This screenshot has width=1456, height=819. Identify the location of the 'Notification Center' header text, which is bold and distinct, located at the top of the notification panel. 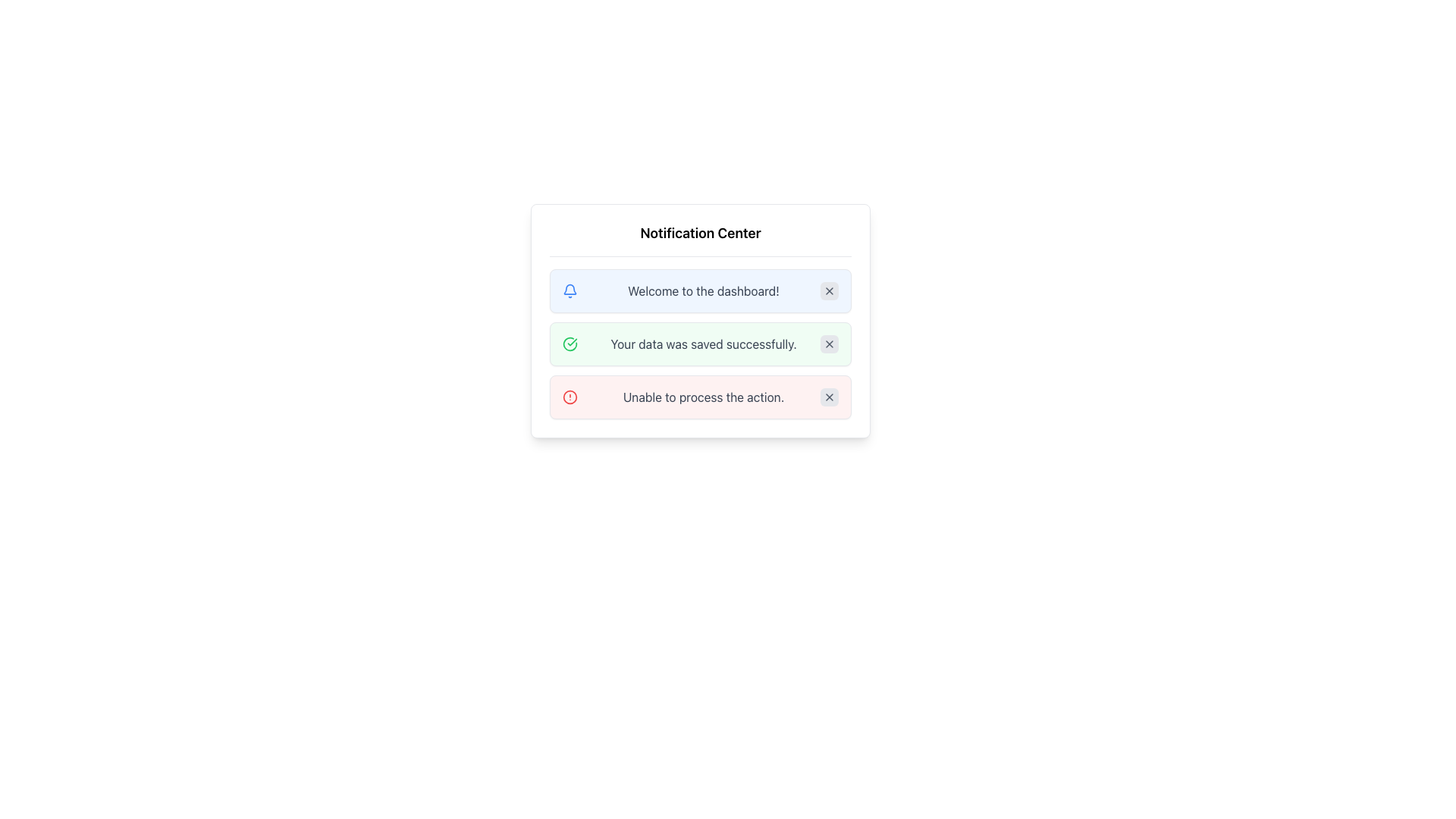
(700, 239).